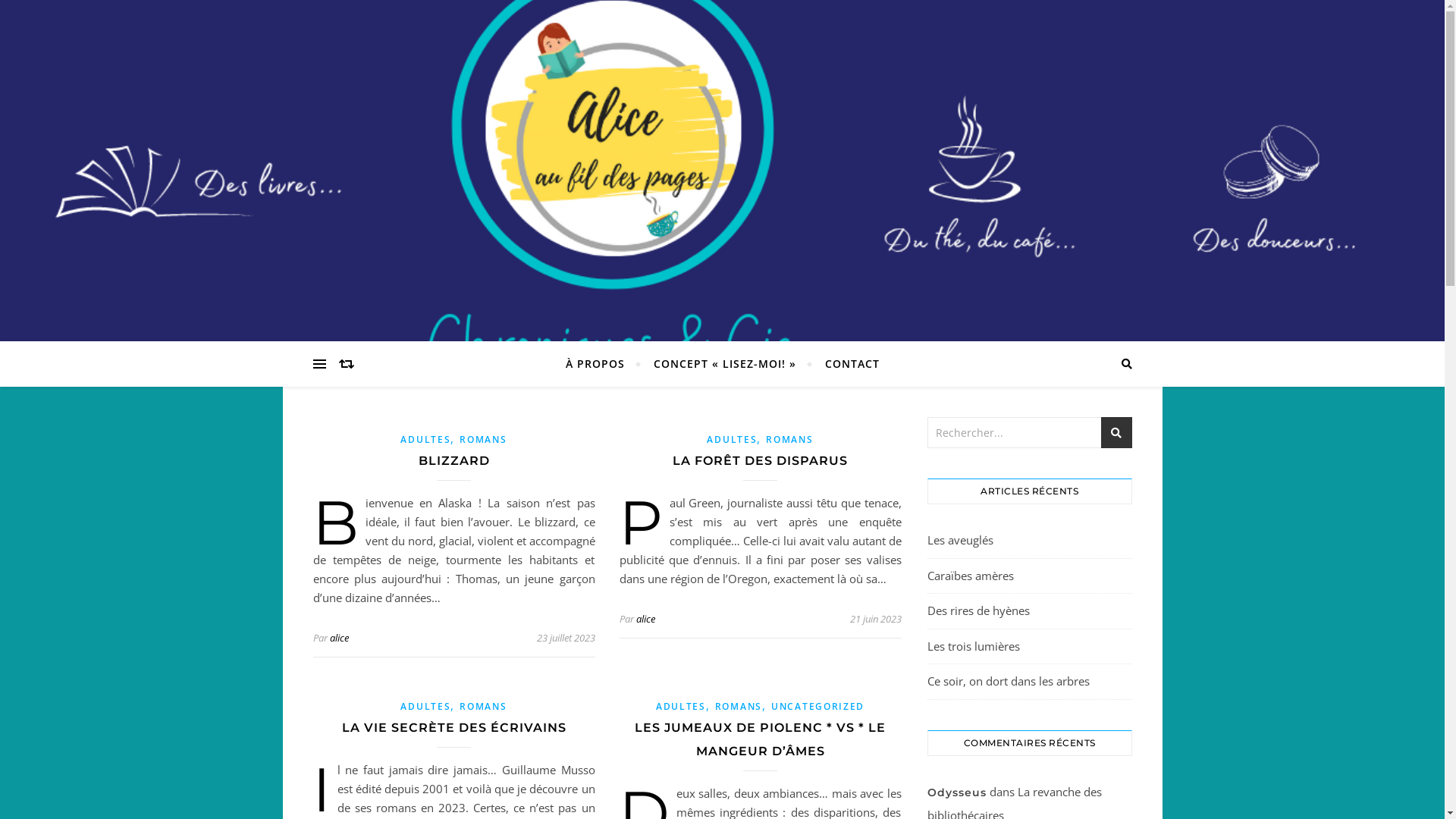  What do you see at coordinates (337, 637) in the screenshot?
I see `'alice'` at bounding box center [337, 637].